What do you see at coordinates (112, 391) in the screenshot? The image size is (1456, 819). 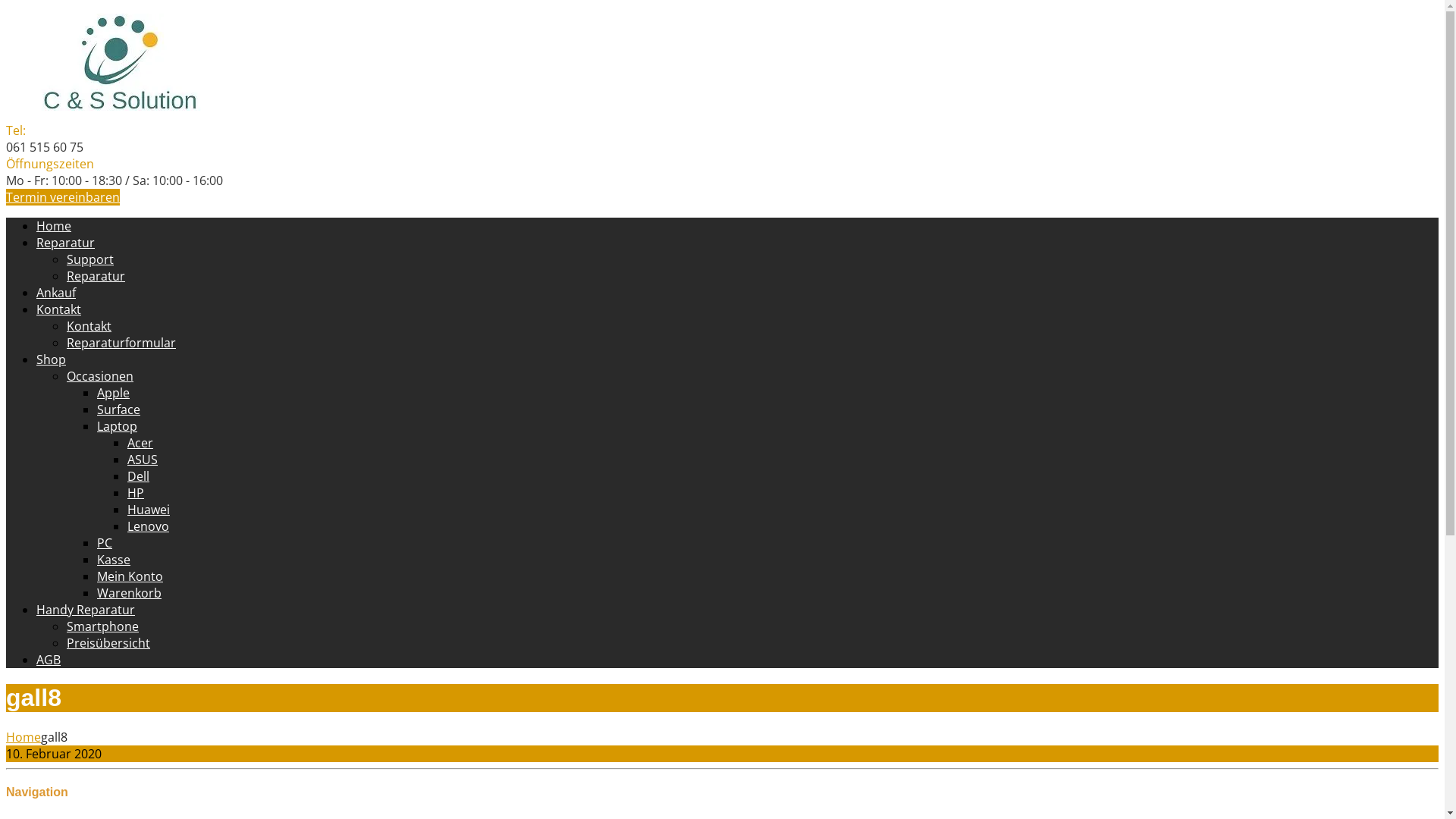 I see `'Apple'` at bounding box center [112, 391].